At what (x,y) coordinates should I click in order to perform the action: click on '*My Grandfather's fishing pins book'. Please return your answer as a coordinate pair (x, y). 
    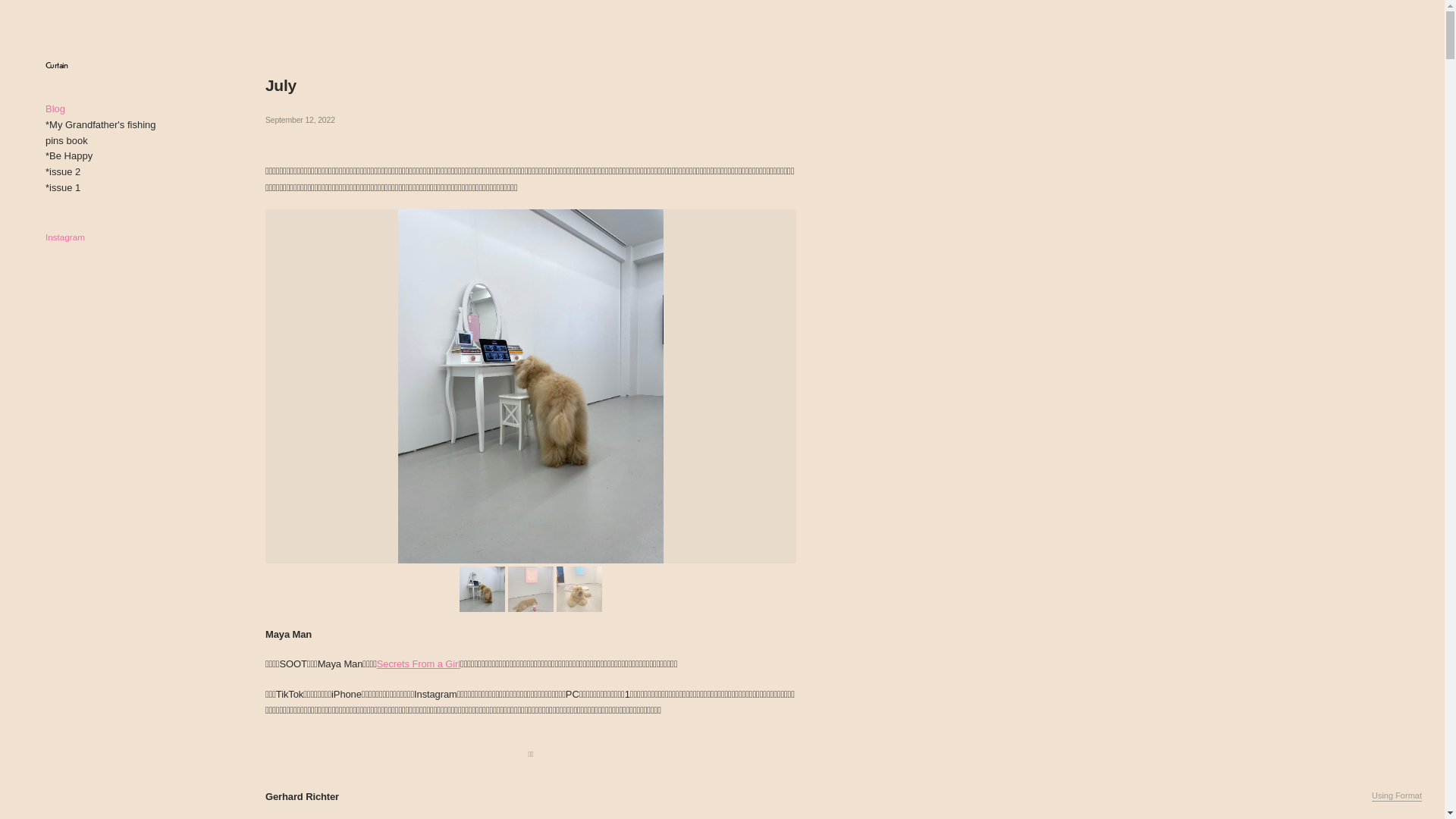
    Looking at the image, I should click on (100, 131).